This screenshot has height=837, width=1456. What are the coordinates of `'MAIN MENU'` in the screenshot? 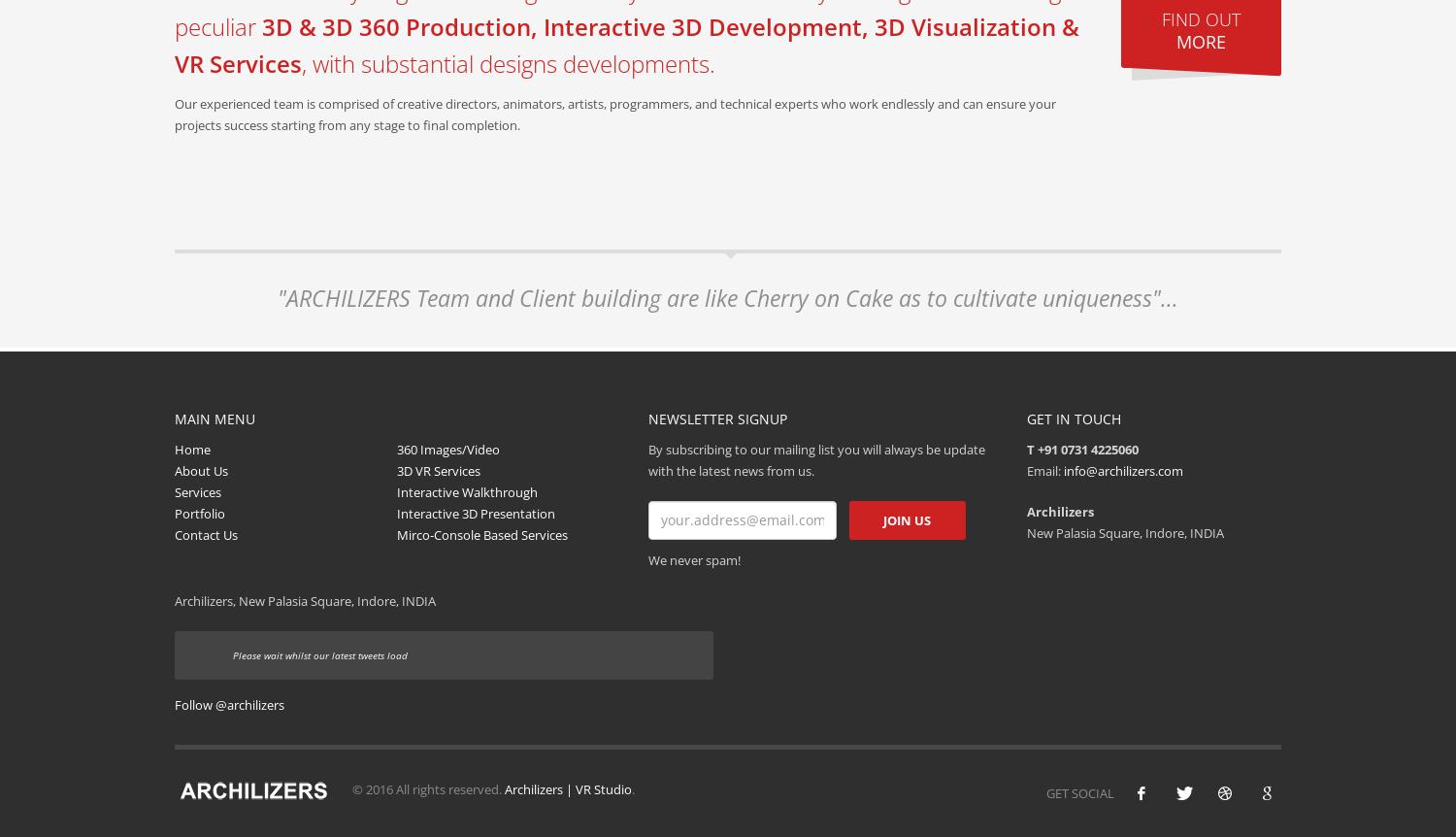 It's located at (214, 418).